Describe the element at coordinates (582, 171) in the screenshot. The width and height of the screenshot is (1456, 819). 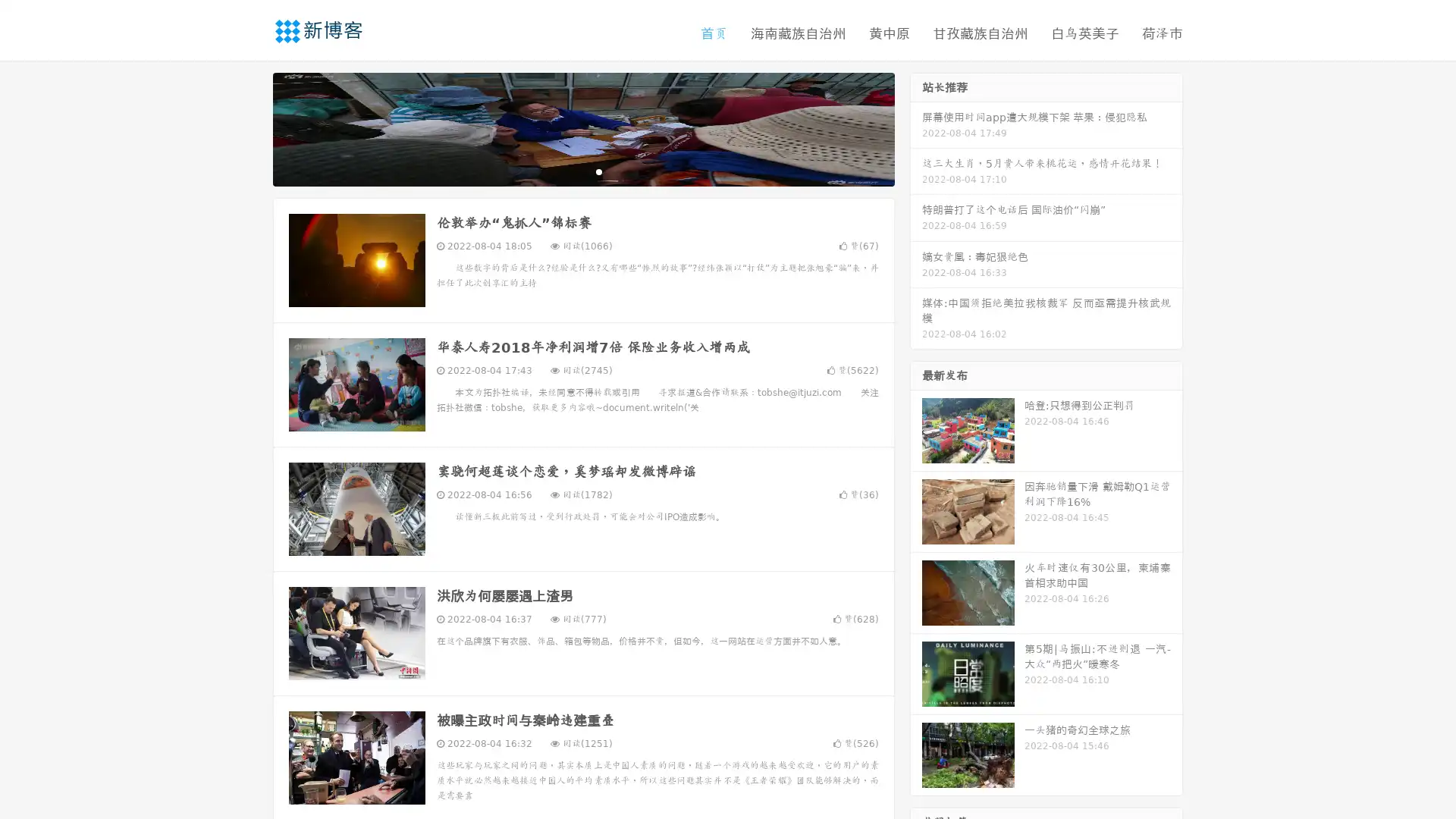
I see `Go to slide 2` at that location.